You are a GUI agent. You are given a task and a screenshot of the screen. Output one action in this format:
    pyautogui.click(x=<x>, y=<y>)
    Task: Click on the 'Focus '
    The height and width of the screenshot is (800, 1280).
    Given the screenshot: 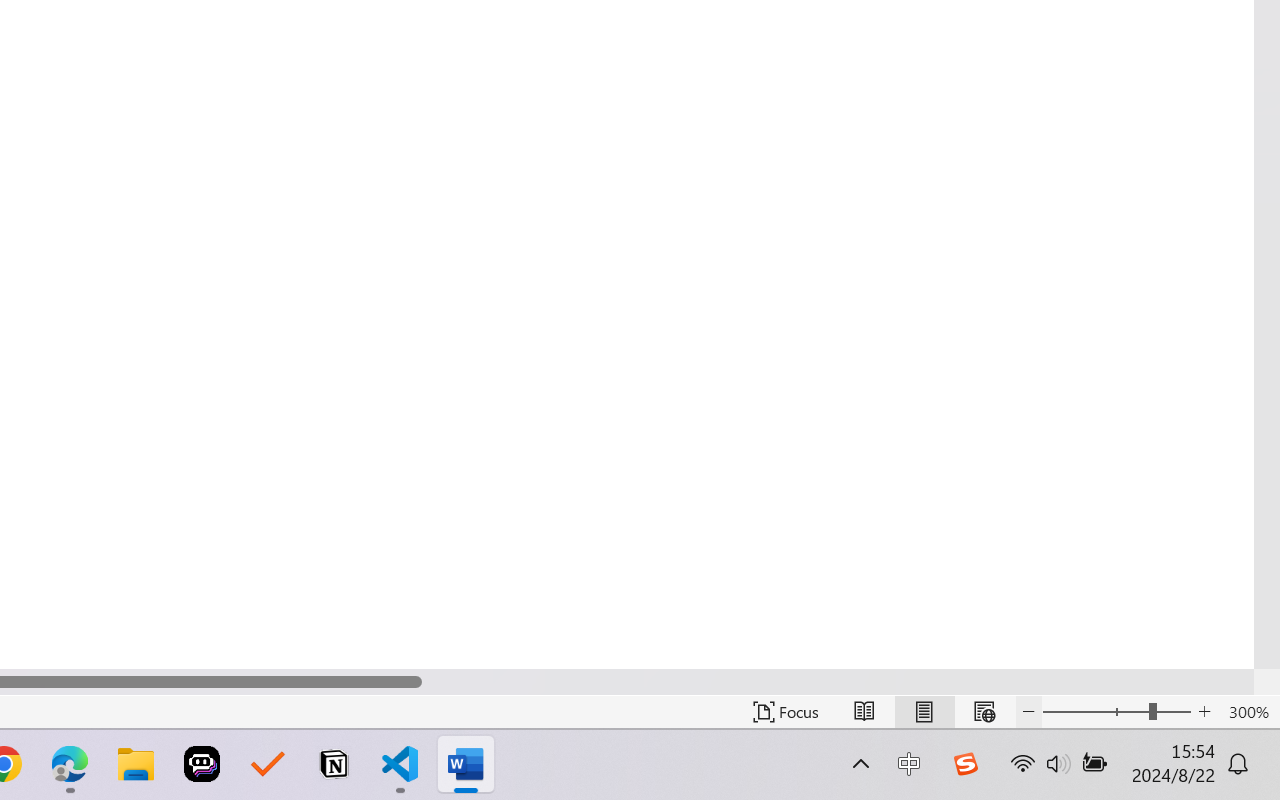 What is the action you would take?
    pyautogui.click(x=785, y=711)
    